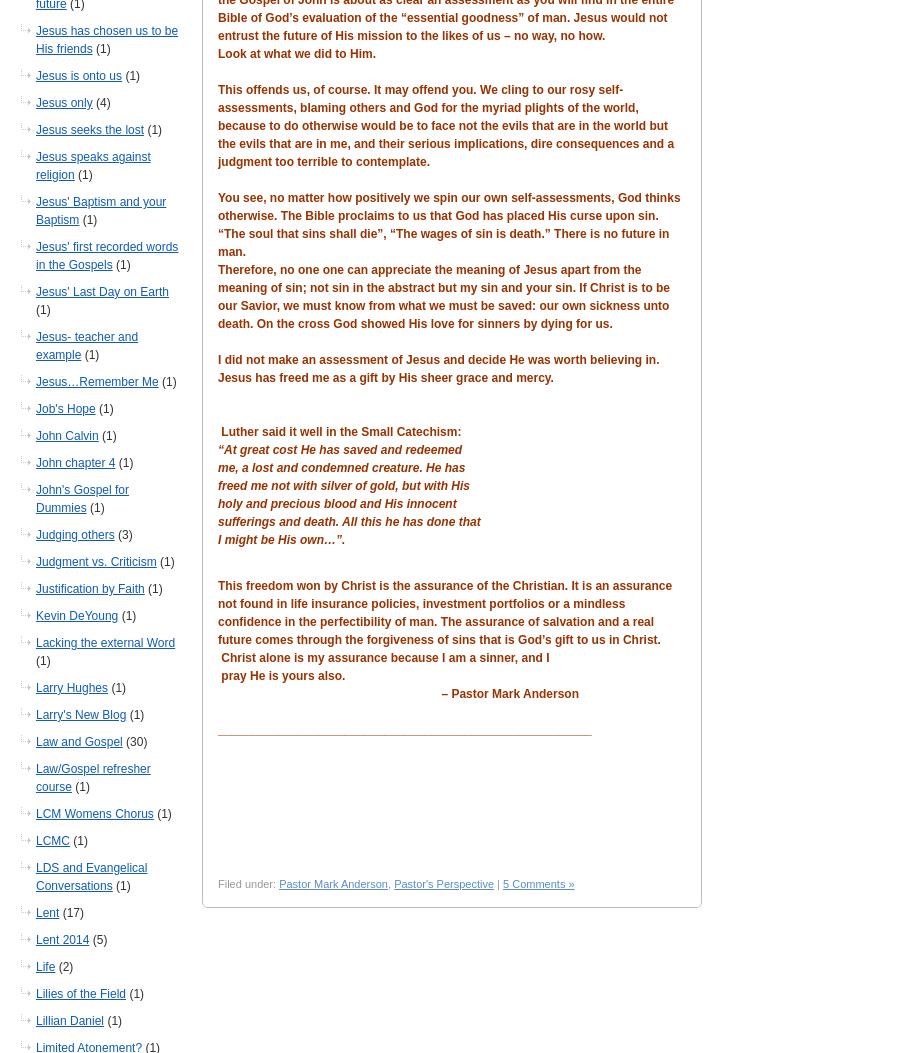  Describe the element at coordinates (66, 435) in the screenshot. I see `'John Calvin'` at that location.